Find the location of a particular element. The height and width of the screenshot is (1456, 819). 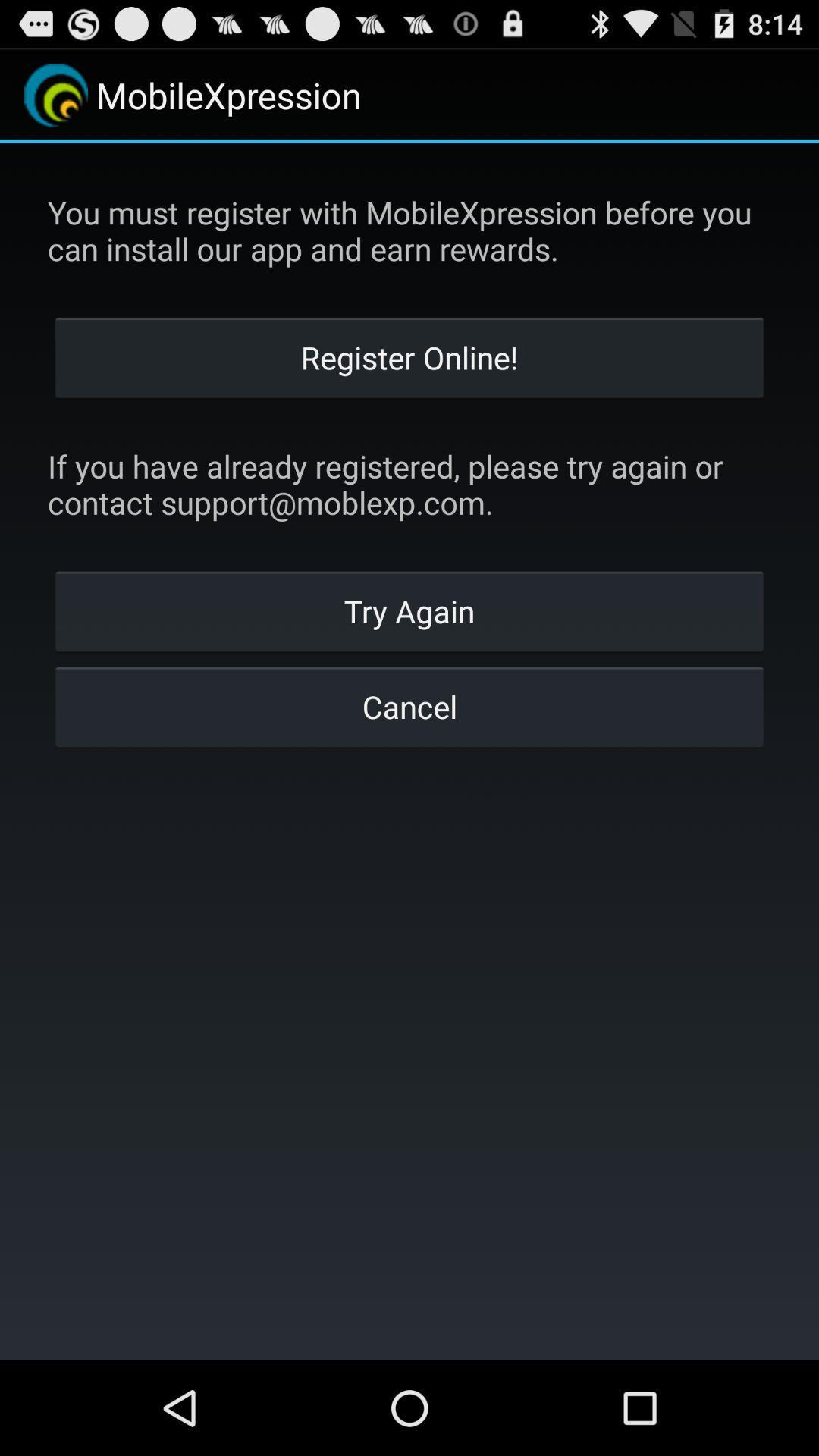

the button below try again is located at coordinates (409, 705).